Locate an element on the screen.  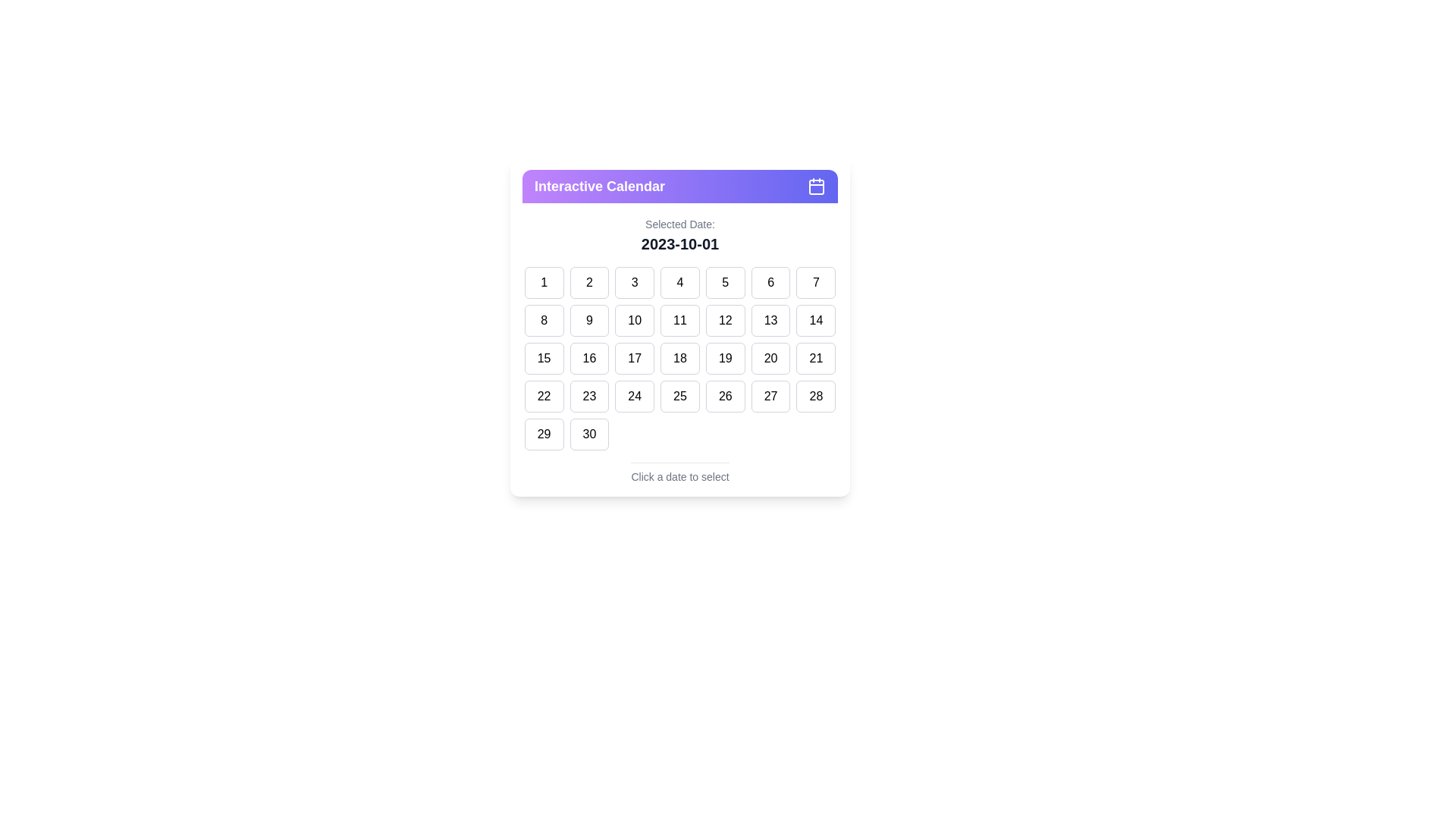
the button labeled '17' in the interactive calendar is located at coordinates (634, 359).